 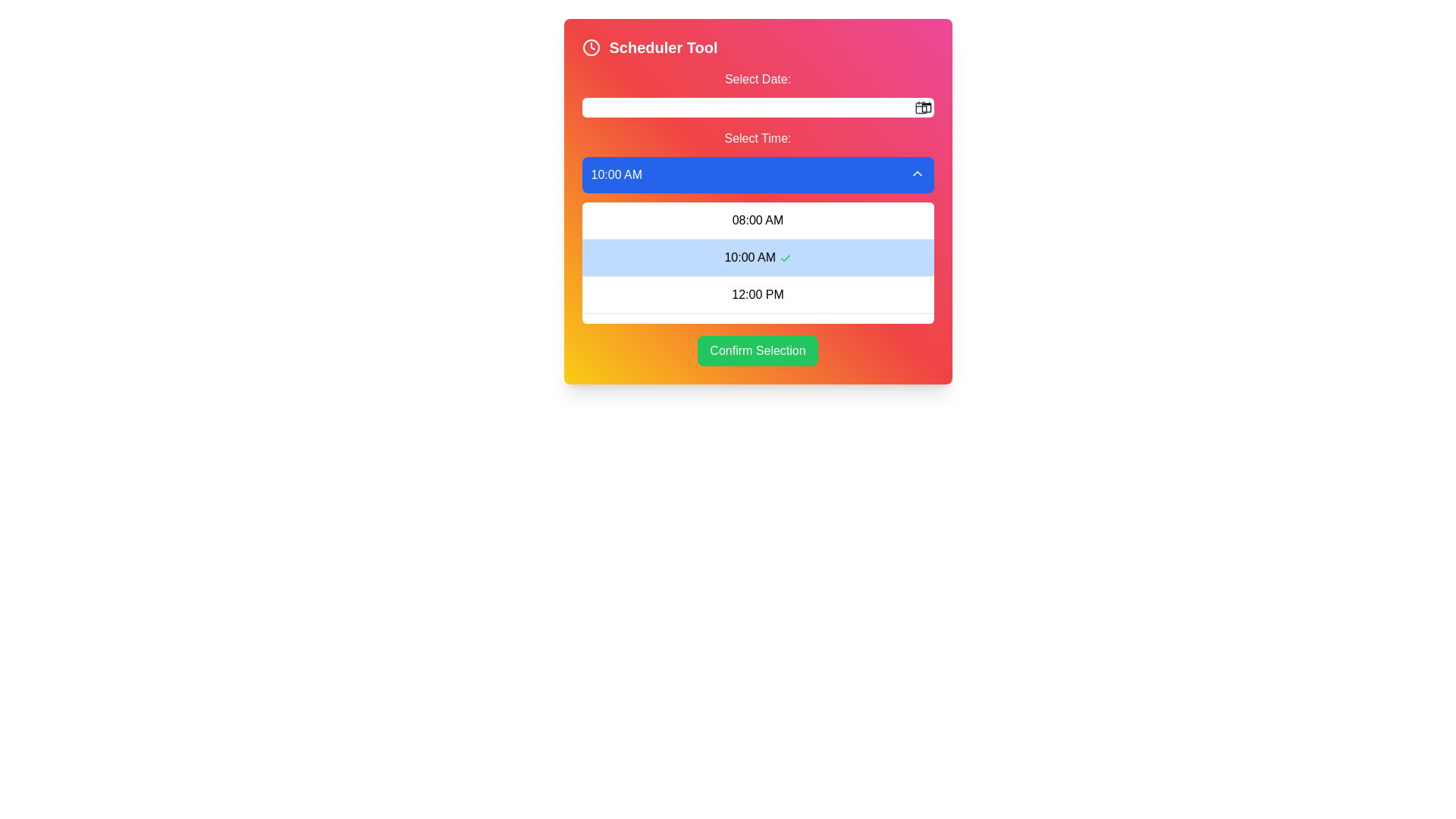 What do you see at coordinates (920, 107) in the screenshot?
I see `the calendar icon located at the far right of the date input field labeled 'Select Date:', which features a minimalistic grayish square outline with tick marks` at bounding box center [920, 107].